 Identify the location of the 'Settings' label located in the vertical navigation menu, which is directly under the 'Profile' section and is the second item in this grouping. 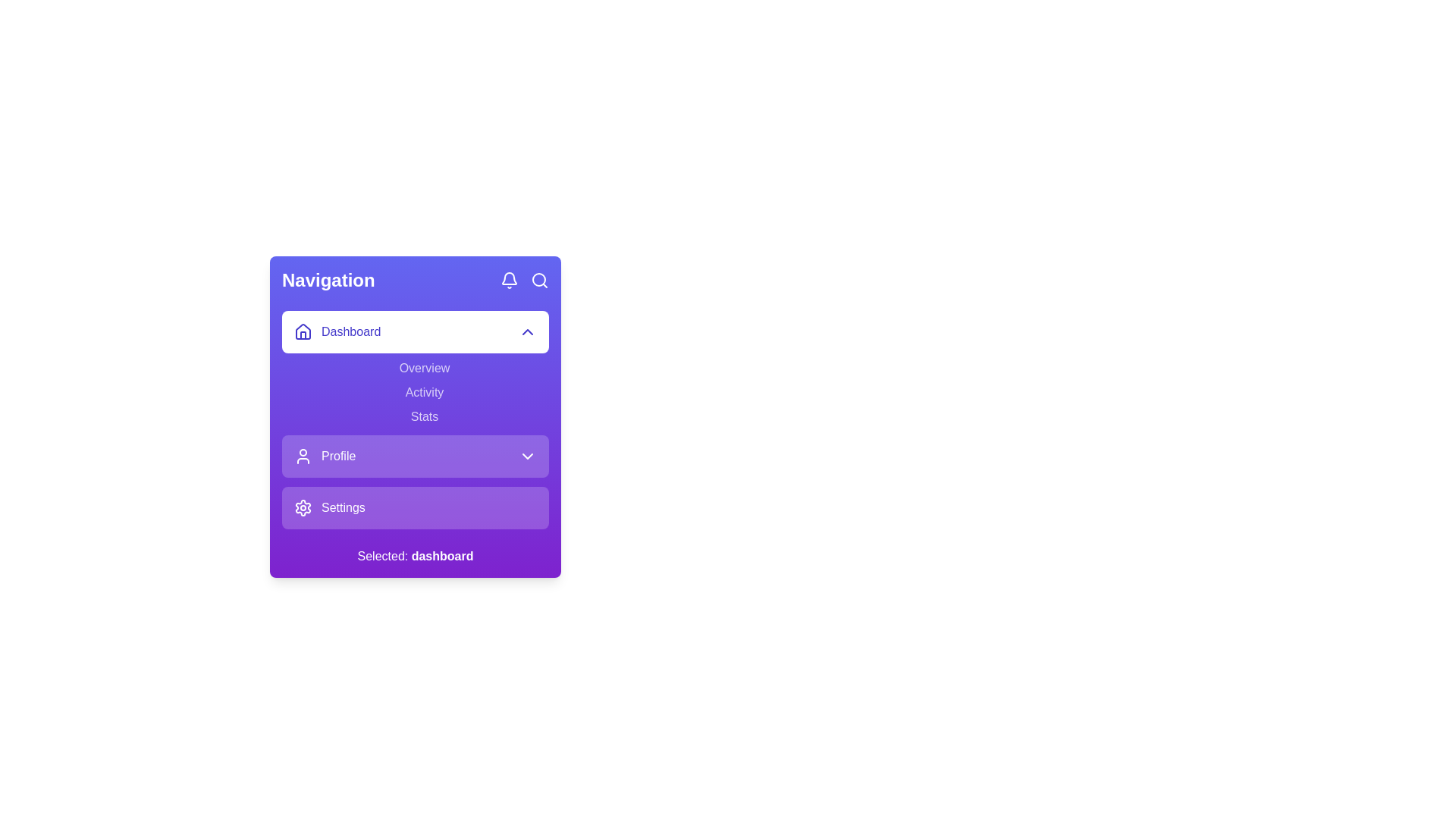
(342, 508).